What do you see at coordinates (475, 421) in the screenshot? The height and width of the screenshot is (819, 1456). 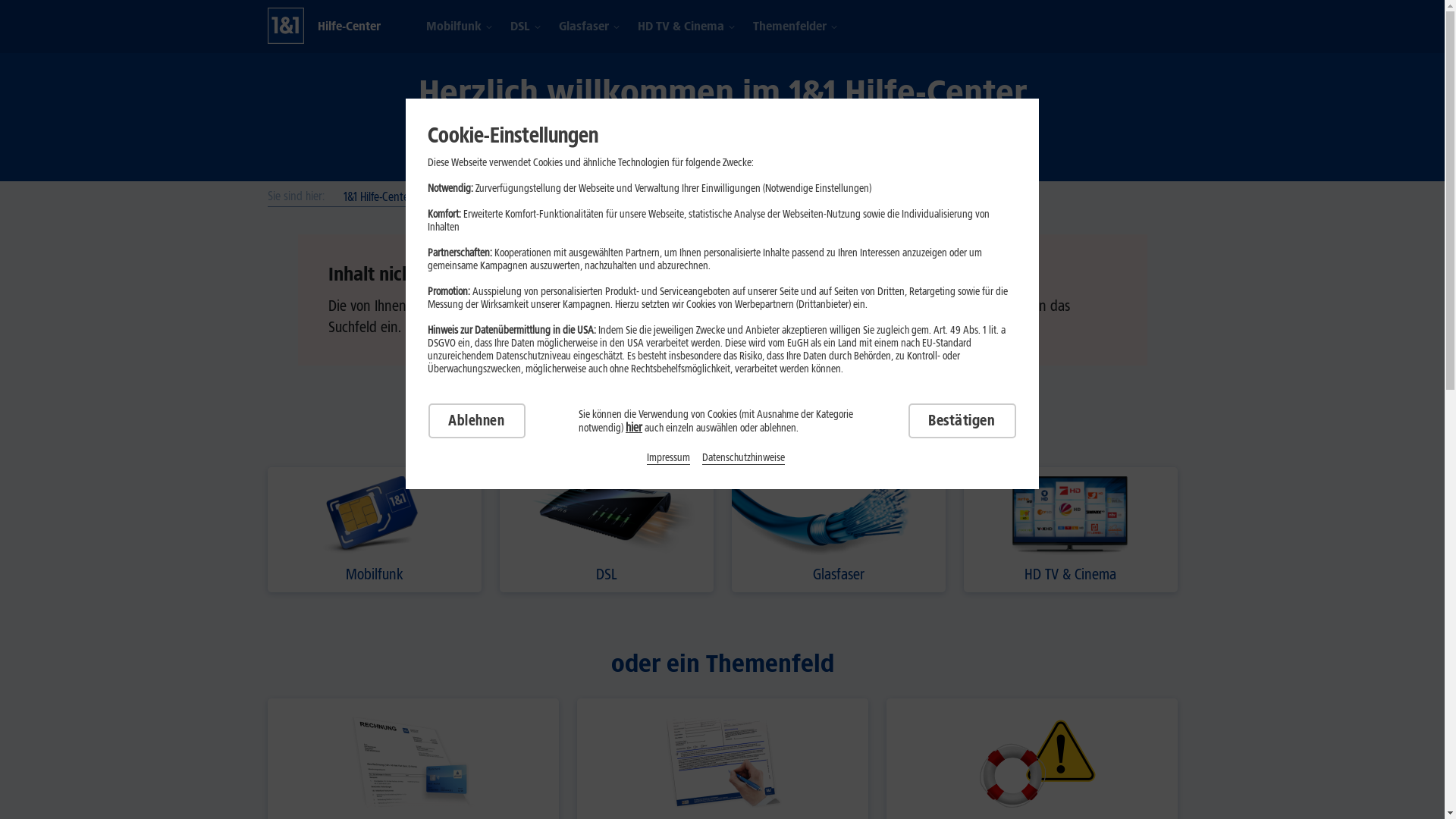 I see `'Ablehnen'` at bounding box center [475, 421].